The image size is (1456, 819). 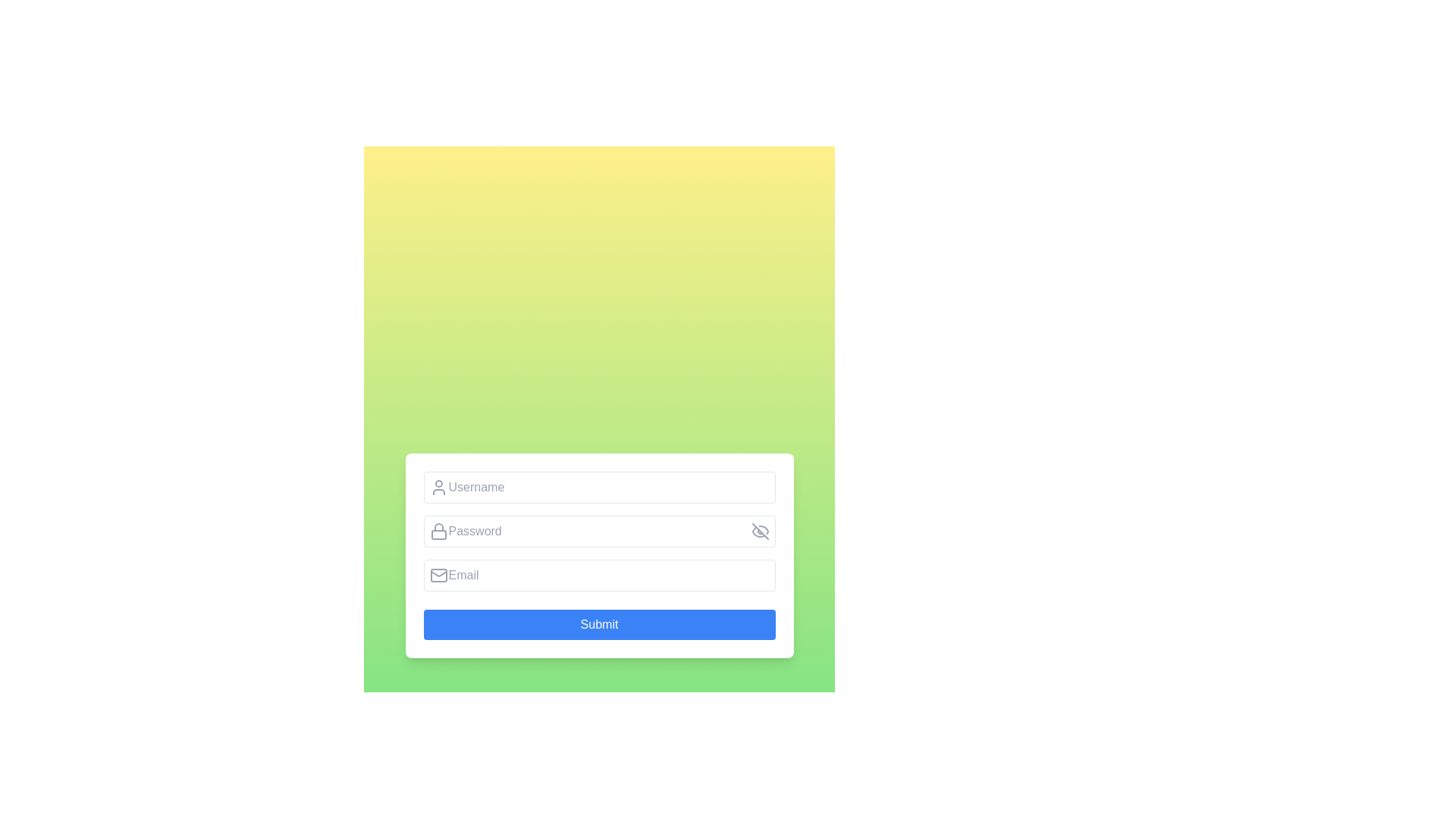 I want to click on the decorative envelope icon that indicates the adjacent input field for email, so click(x=438, y=573).